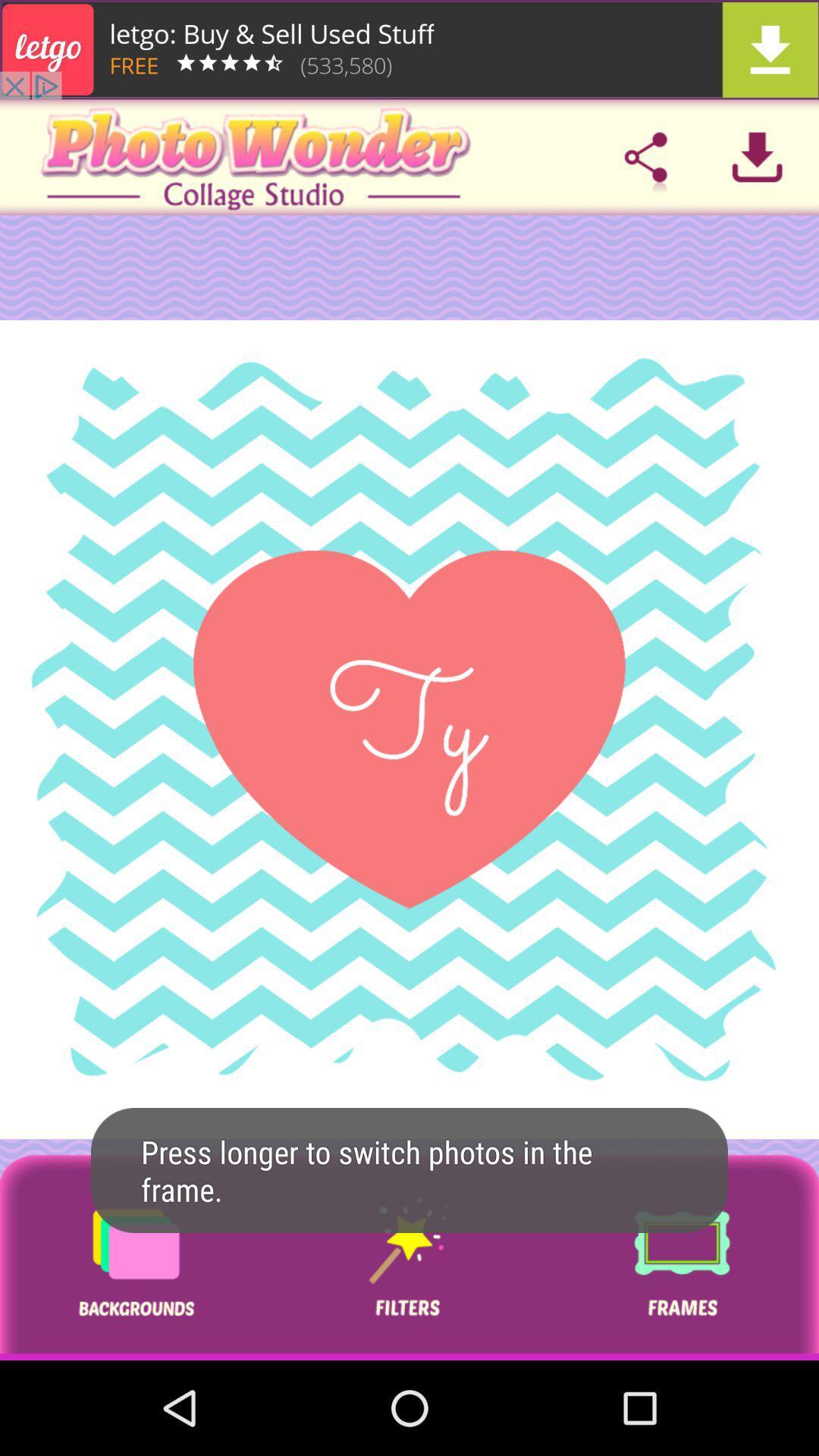 The width and height of the screenshot is (819, 1456). What do you see at coordinates (645, 157) in the screenshot?
I see `the share icon` at bounding box center [645, 157].